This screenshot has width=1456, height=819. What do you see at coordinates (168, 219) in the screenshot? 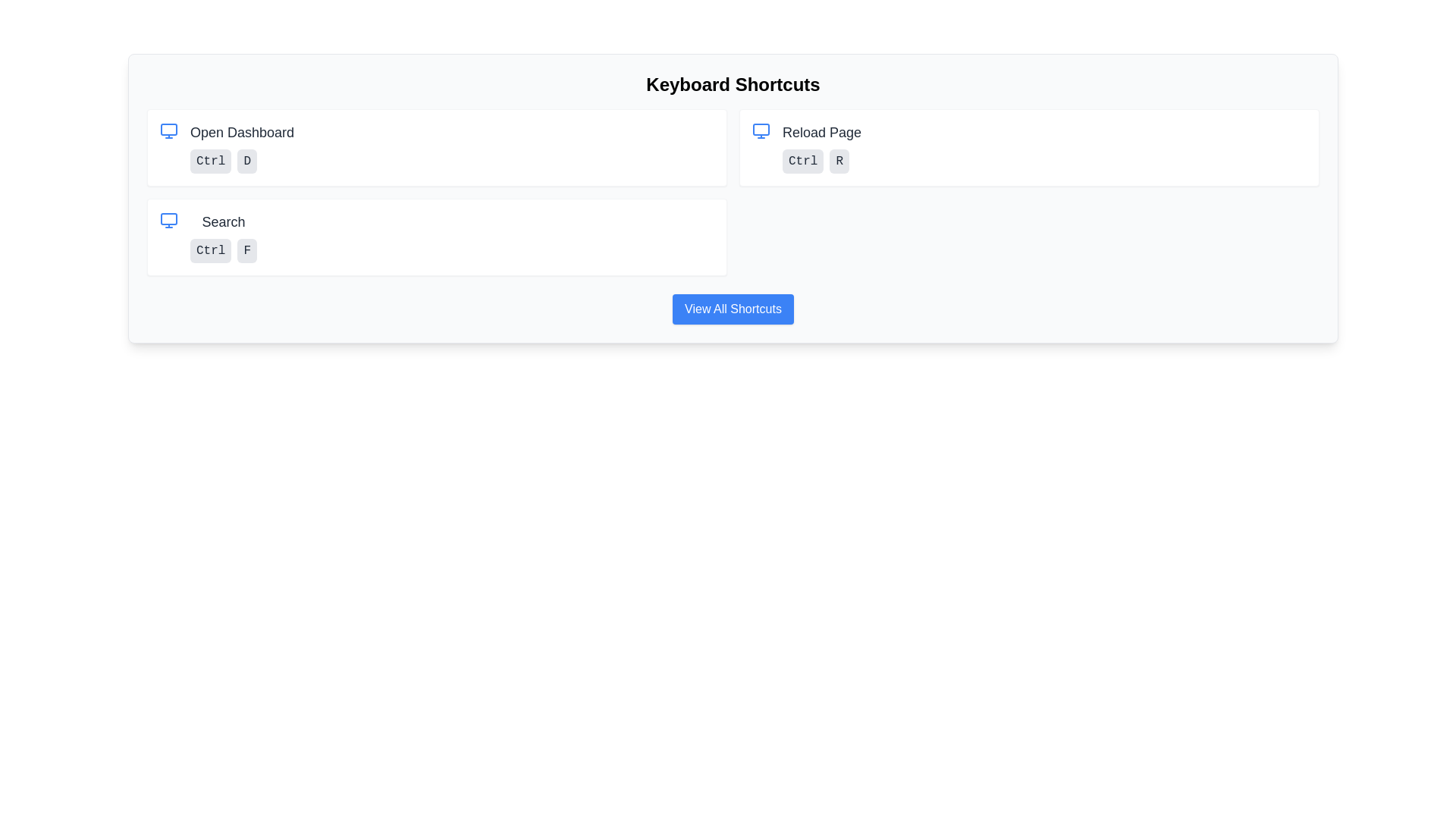
I see `the rectangular icon within the monitor icon located to the left of the 'Search' label` at bounding box center [168, 219].